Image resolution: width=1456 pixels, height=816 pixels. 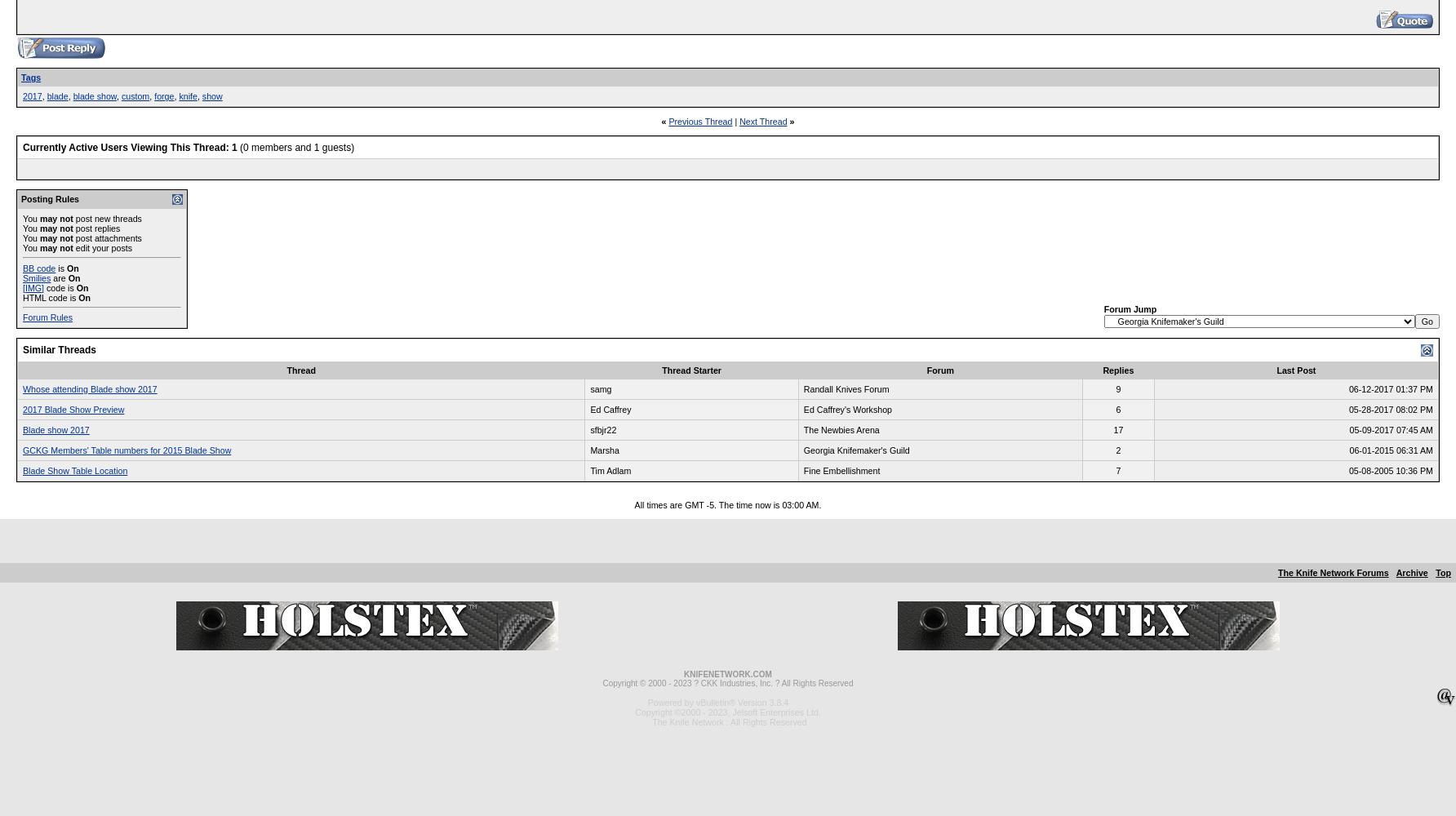 I want to click on 'Tags', so click(x=30, y=77).